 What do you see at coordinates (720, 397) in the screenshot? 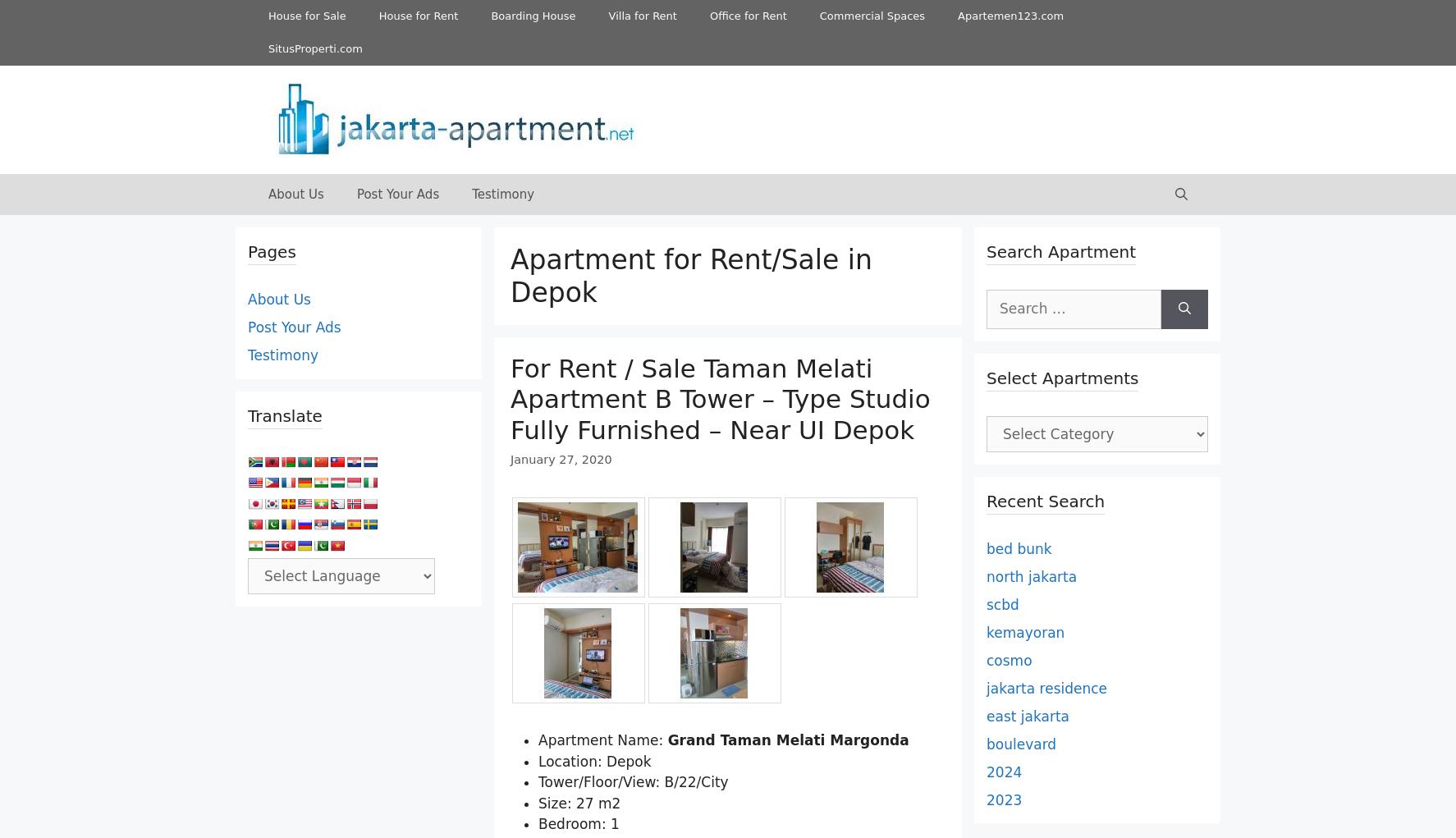
I see `'For Rent / Sale Taman Melati Apartment B Tower – Type Studio Fully Furnished – Near UI Depok'` at bounding box center [720, 397].